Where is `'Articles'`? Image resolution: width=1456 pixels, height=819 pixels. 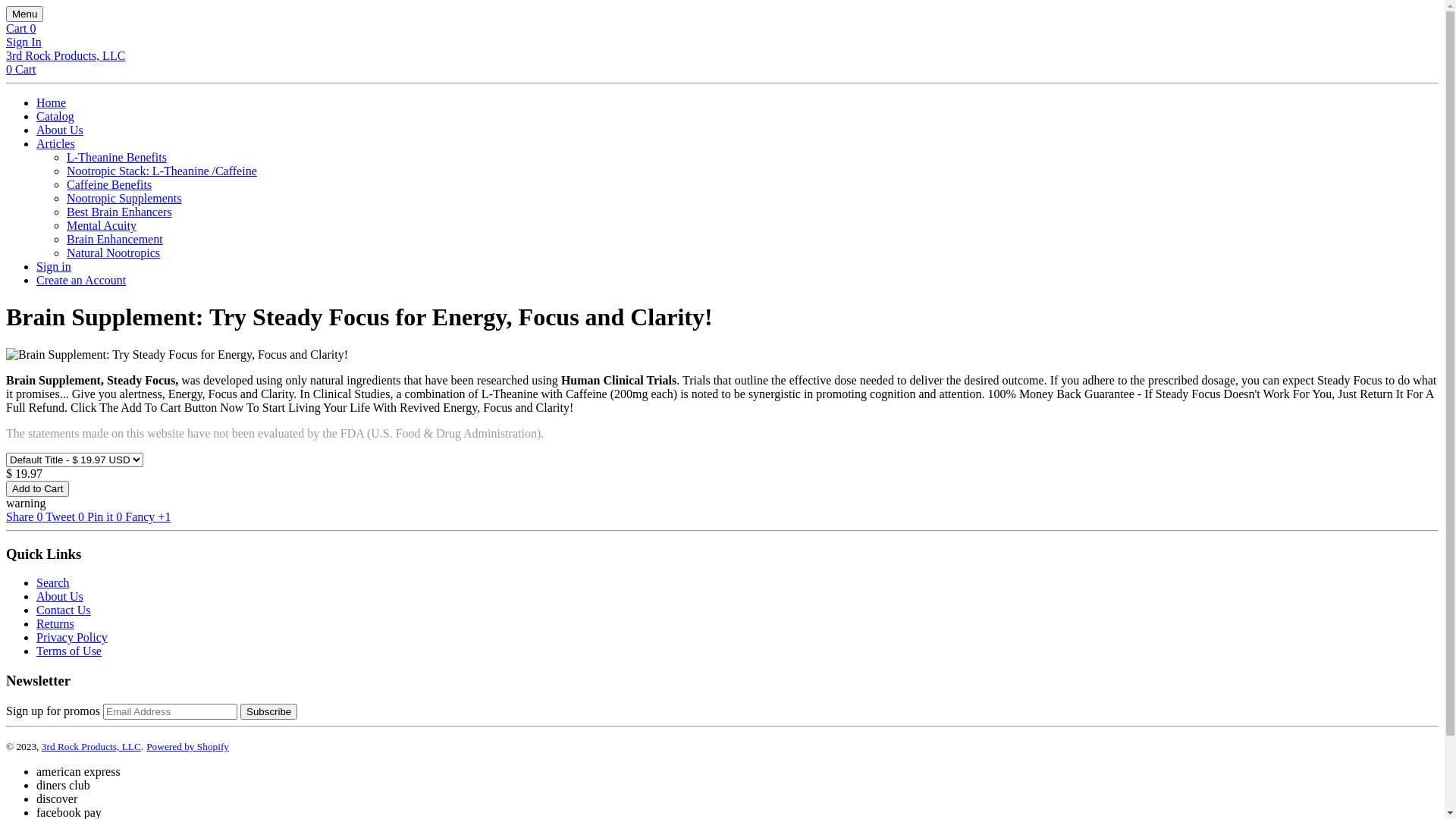 'Articles' is located at coordinates (55, 143).